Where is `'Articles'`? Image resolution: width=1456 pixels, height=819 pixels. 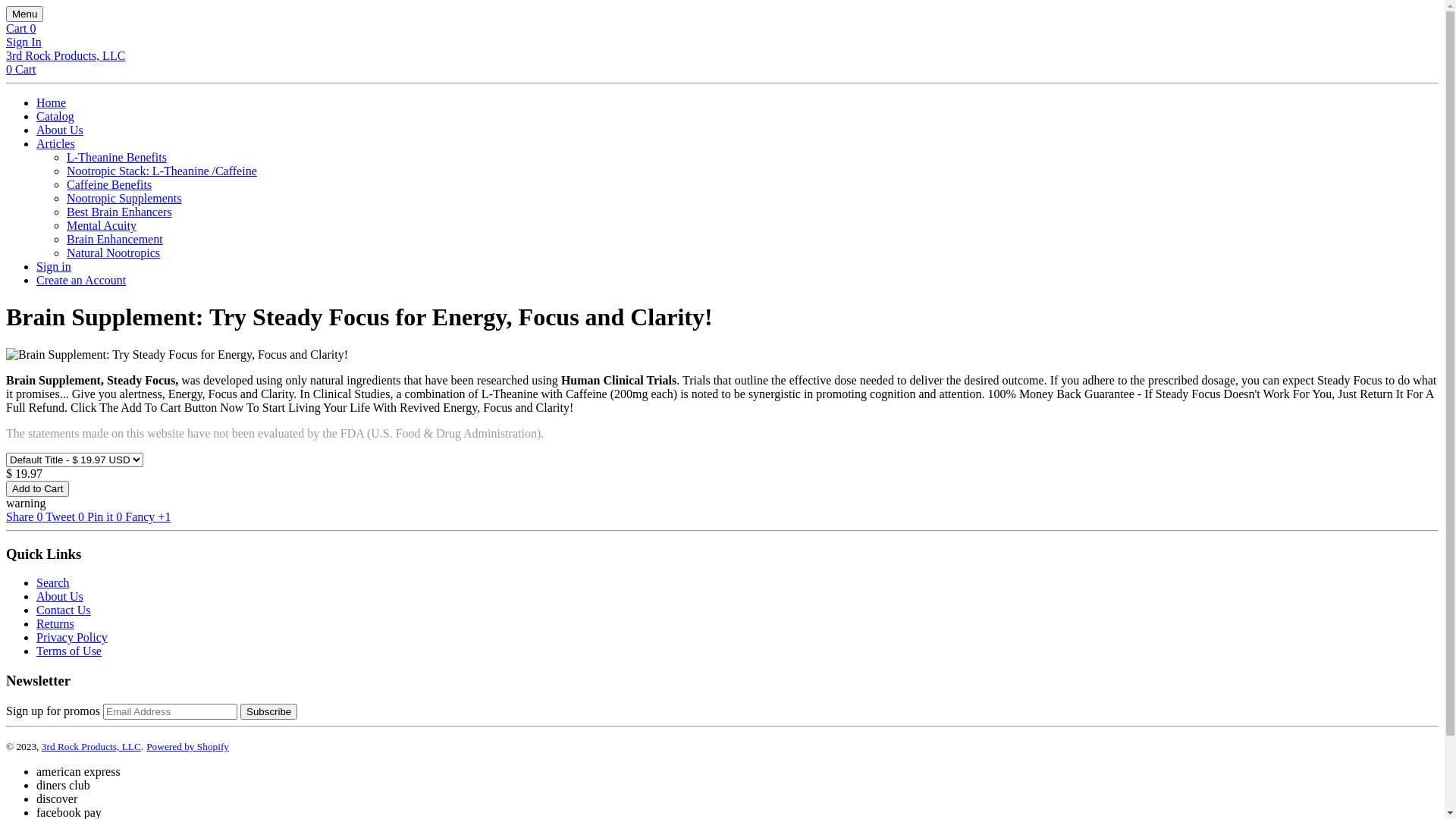 'Articles' is located at coordinates (55, 143).